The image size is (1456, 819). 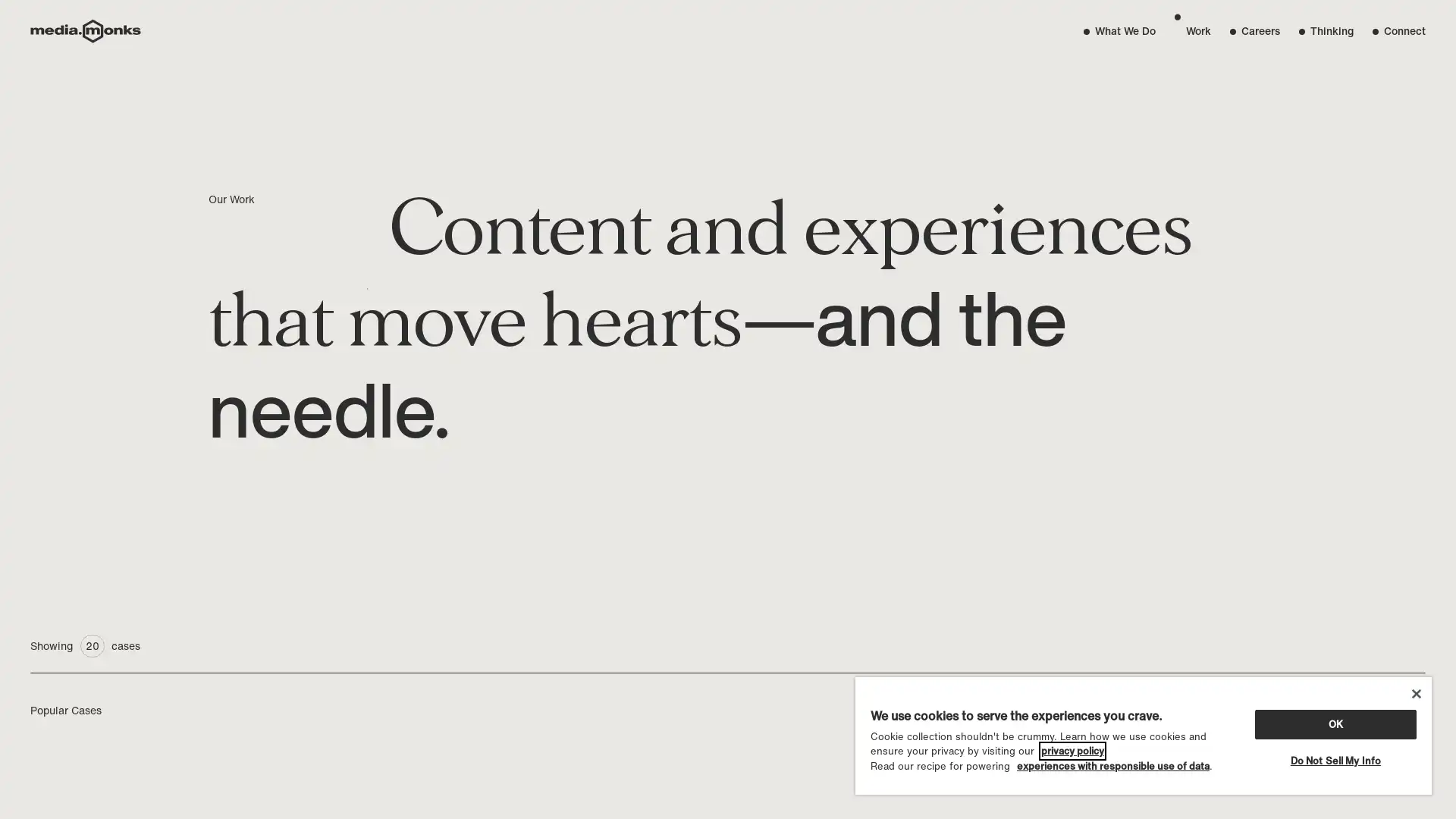 What do you see at coordinates (1335, 723) in the screenshot?
I see `OK` at bounding box center [1335, 723].